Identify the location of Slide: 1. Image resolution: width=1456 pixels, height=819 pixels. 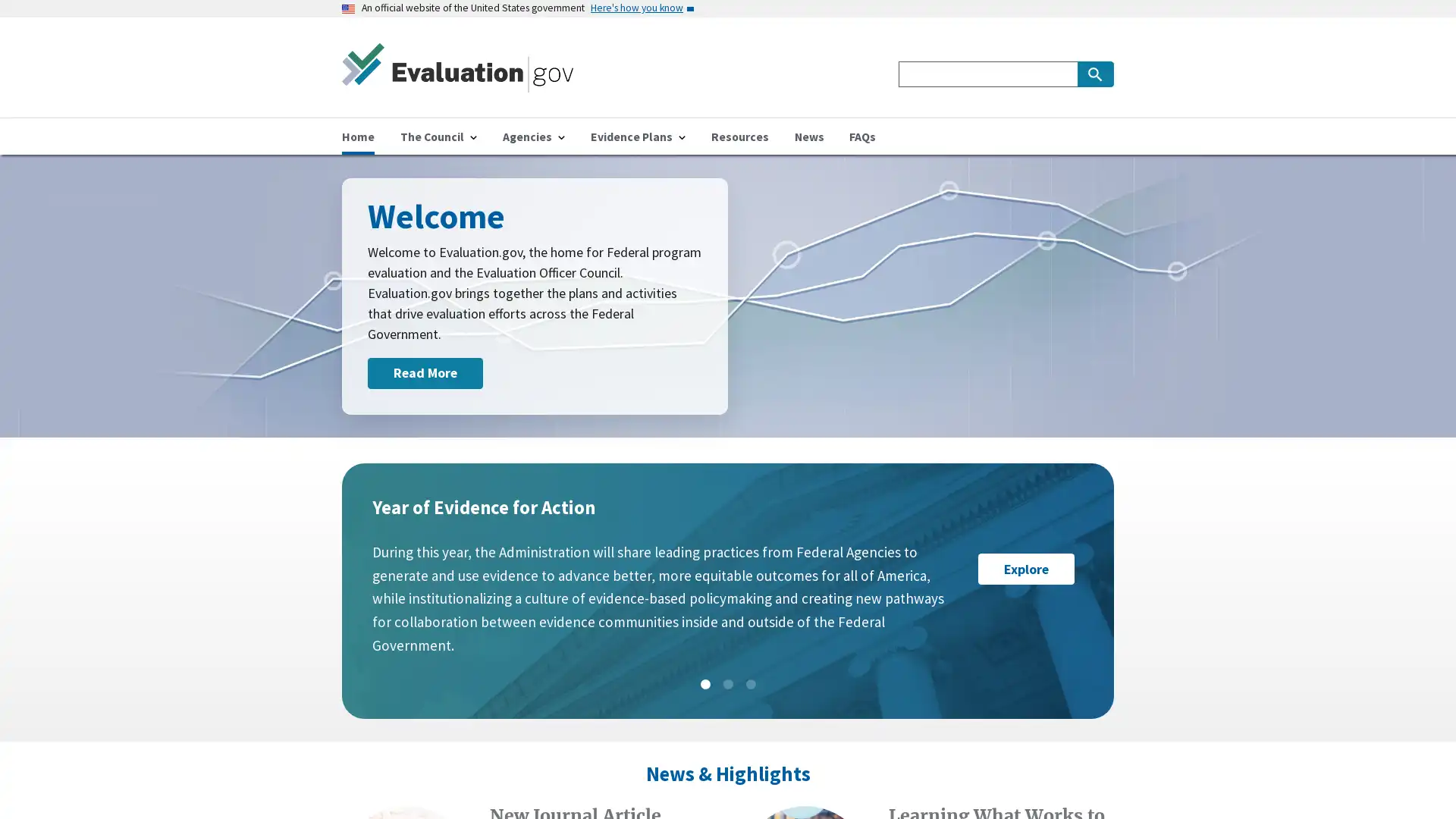
(704, 684).